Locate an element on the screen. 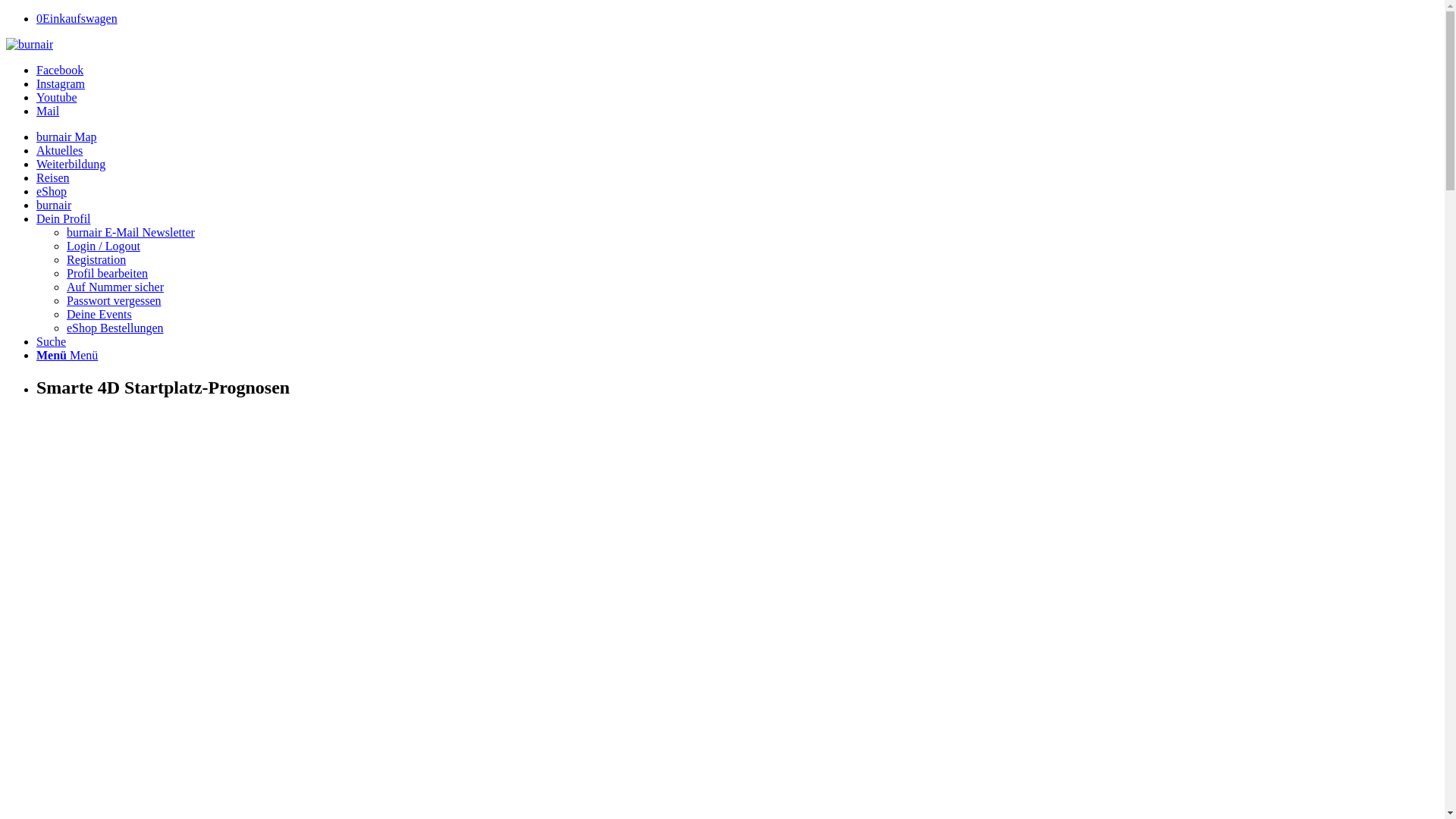 This screenshot has height=819, width=1456. 'Facebook' is located at coordinates (36, 70).